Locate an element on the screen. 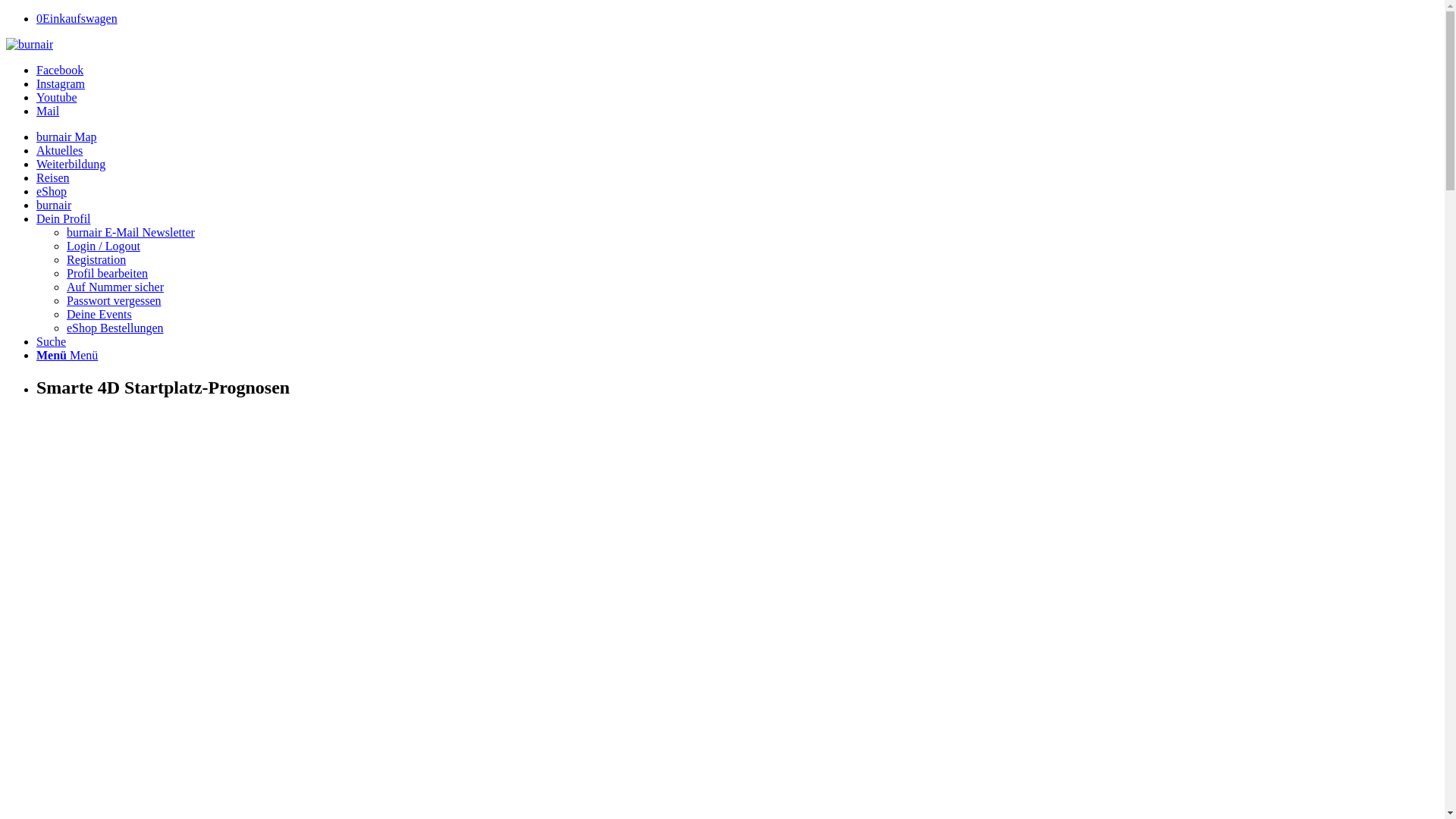 This screenshot has height=819, width=1456. 'Facebook' is located at coordinates (36, 70).